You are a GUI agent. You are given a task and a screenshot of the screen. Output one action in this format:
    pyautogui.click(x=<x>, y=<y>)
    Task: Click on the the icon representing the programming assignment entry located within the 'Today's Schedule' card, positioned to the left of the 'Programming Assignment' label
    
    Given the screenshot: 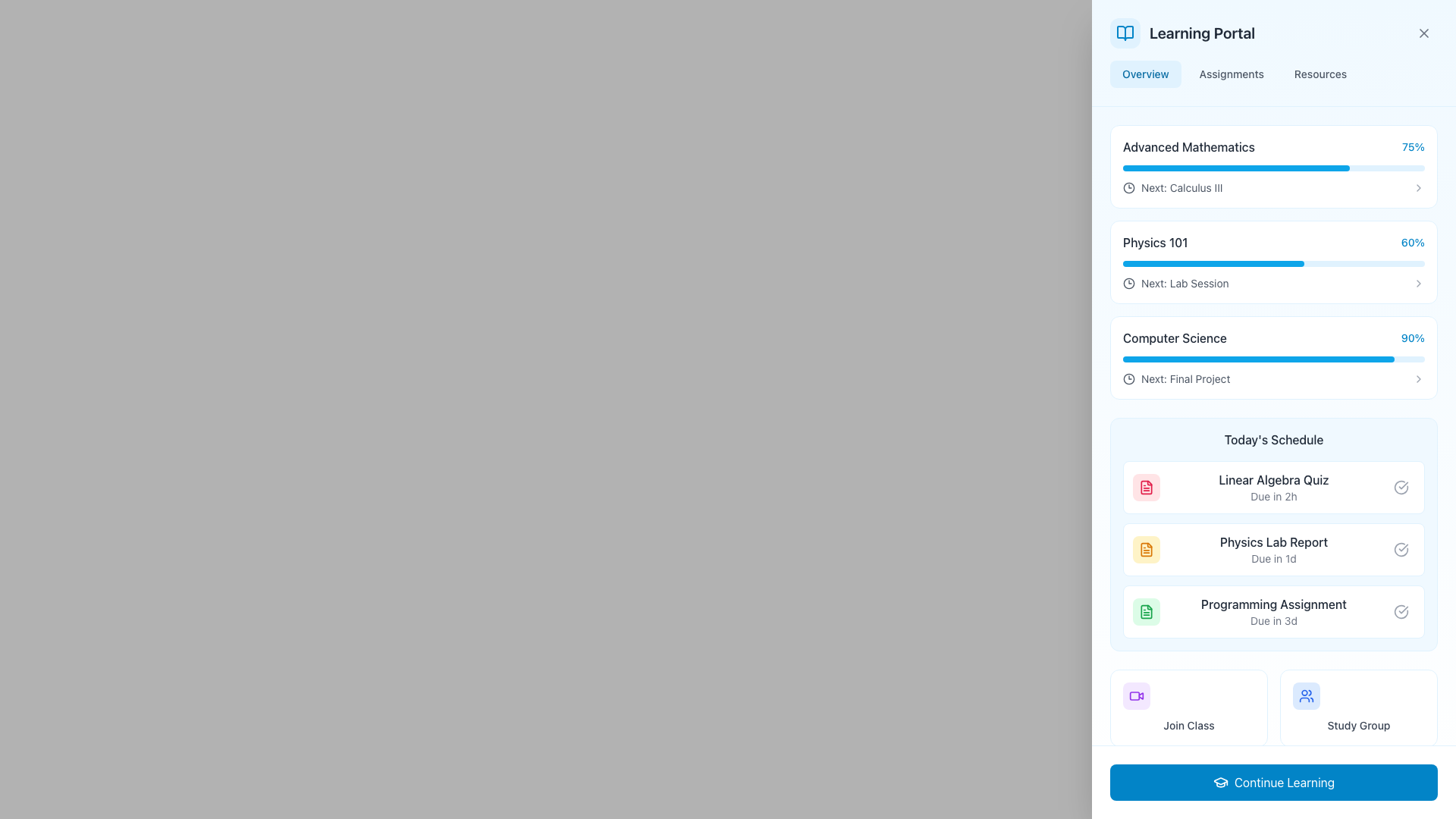 What is the action you would take?
    pyautogui.click(x=1147, y=610)
    